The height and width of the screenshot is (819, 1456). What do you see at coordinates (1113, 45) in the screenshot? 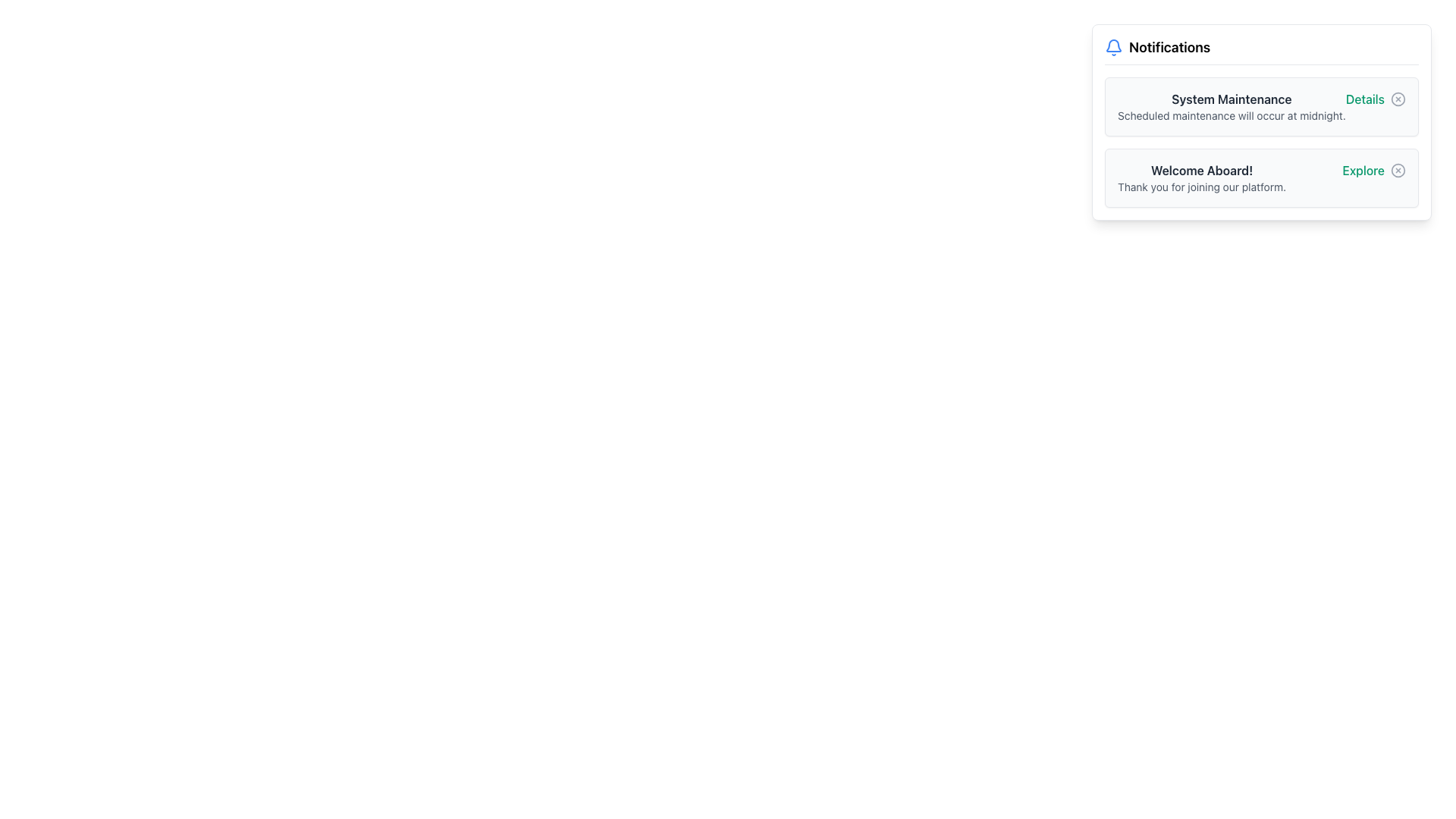
I see `the bell icon located in the top-left corner of the notification card, adjacent to the 'Notifications' title text` at bounding box center [1113, 45].